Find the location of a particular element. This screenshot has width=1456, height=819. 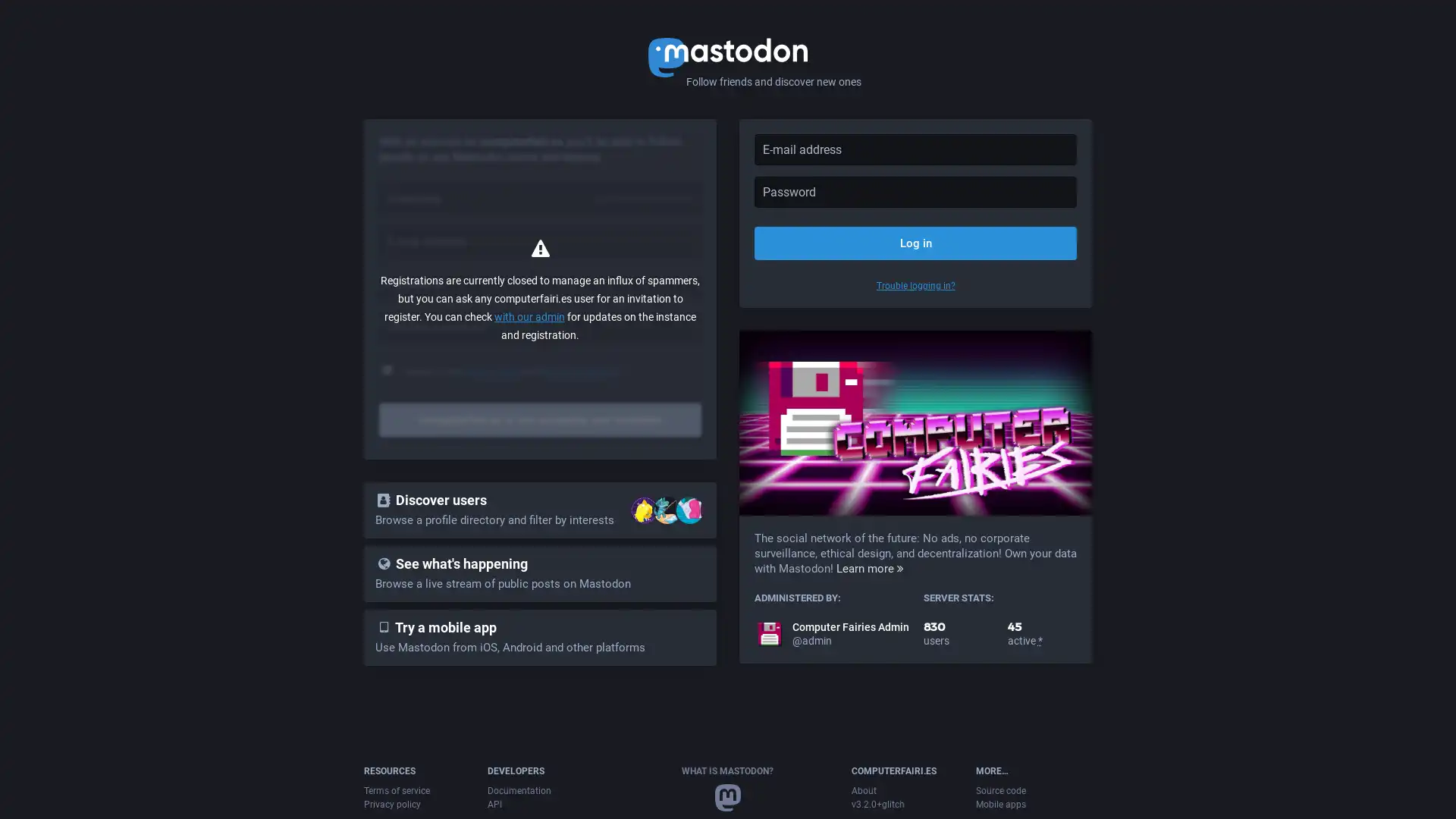

Log in is located at coordinates (915, 242).